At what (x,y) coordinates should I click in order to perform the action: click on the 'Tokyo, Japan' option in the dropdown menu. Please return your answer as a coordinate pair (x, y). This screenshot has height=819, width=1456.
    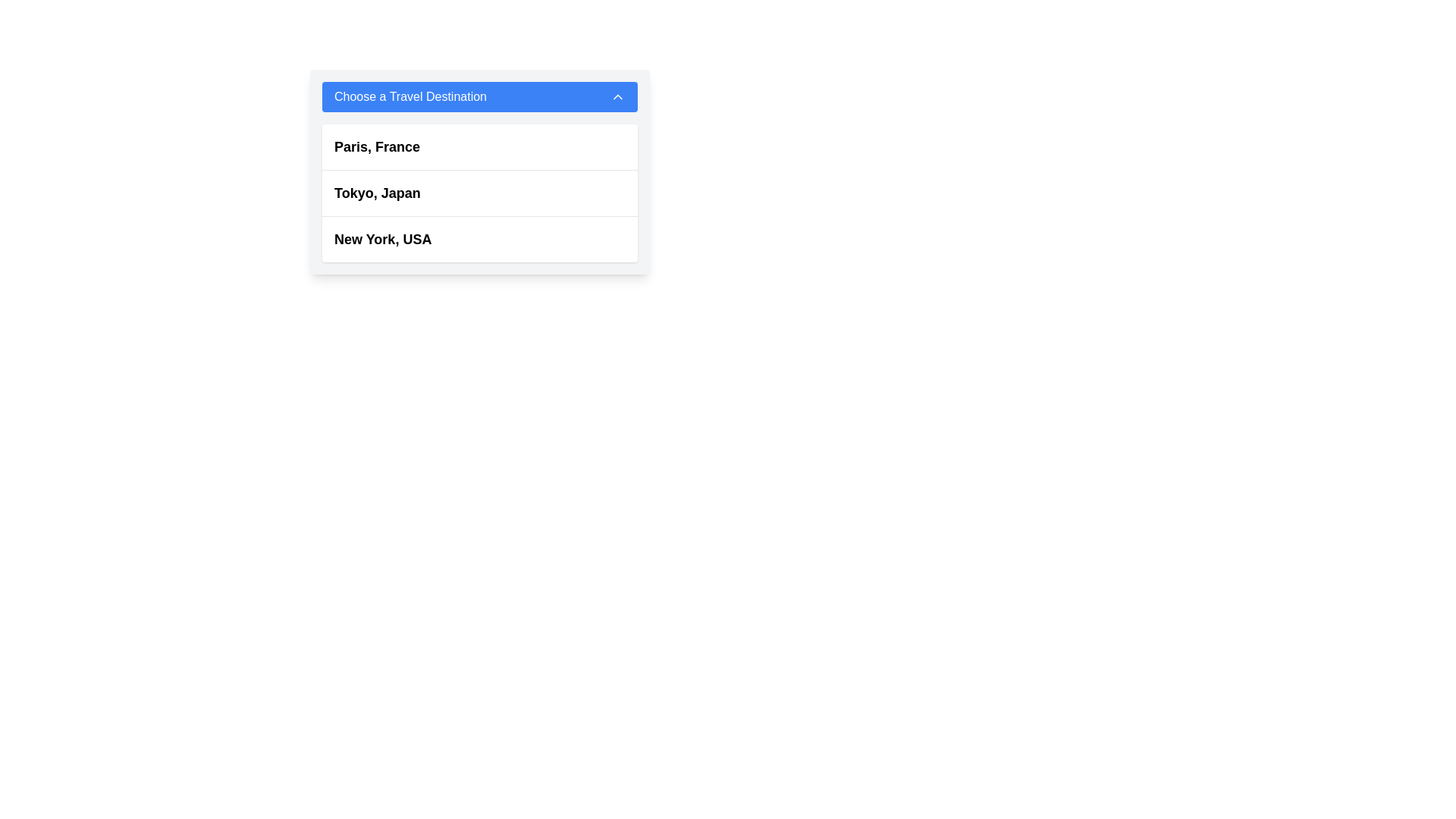
    Looking at the image, I should click on (377, 192).